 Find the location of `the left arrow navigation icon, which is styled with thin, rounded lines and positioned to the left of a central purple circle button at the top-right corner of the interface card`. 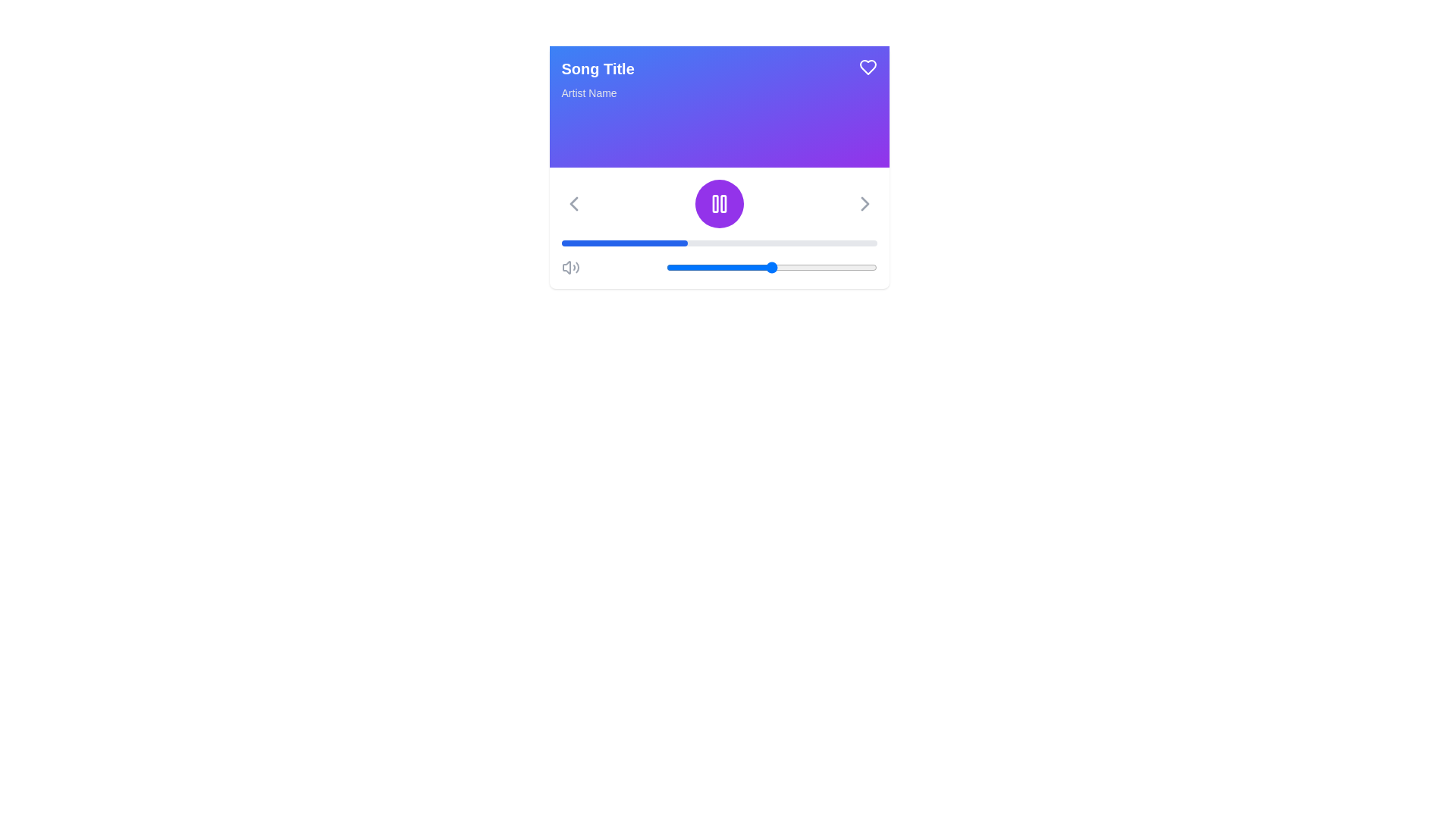

the left arrow navigation icon, which is styled with thin, rounded lines and positioned to the left of a central purple circle button at the top-right corner of the interface card is located at coordinates (573, 203).